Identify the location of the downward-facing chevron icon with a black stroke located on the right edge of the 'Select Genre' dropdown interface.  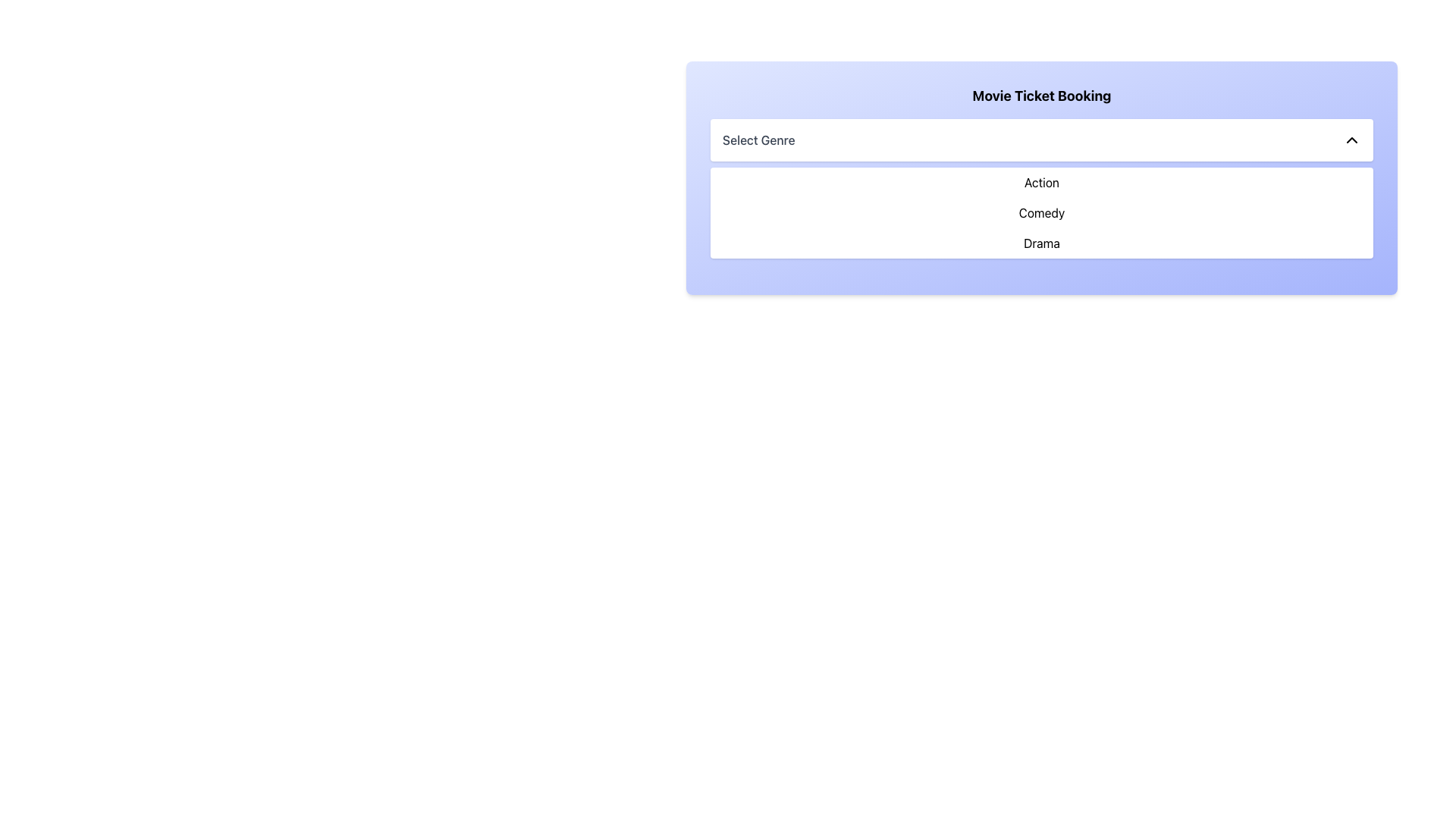
(1351, 140).